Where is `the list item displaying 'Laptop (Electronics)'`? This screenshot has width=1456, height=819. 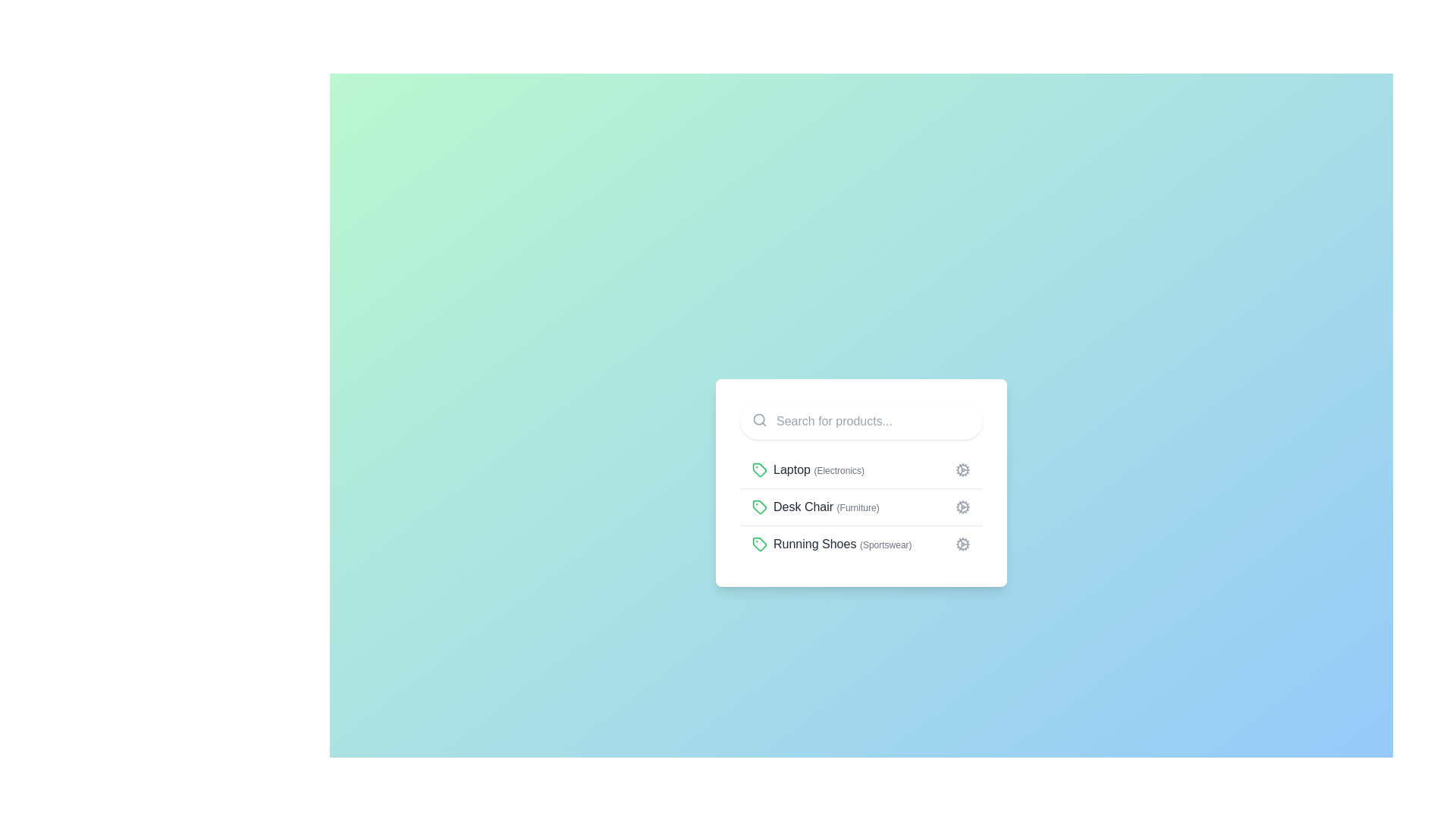
the list item displaying 'Laptop (Electronics)' is located at coordinates (807, 469).